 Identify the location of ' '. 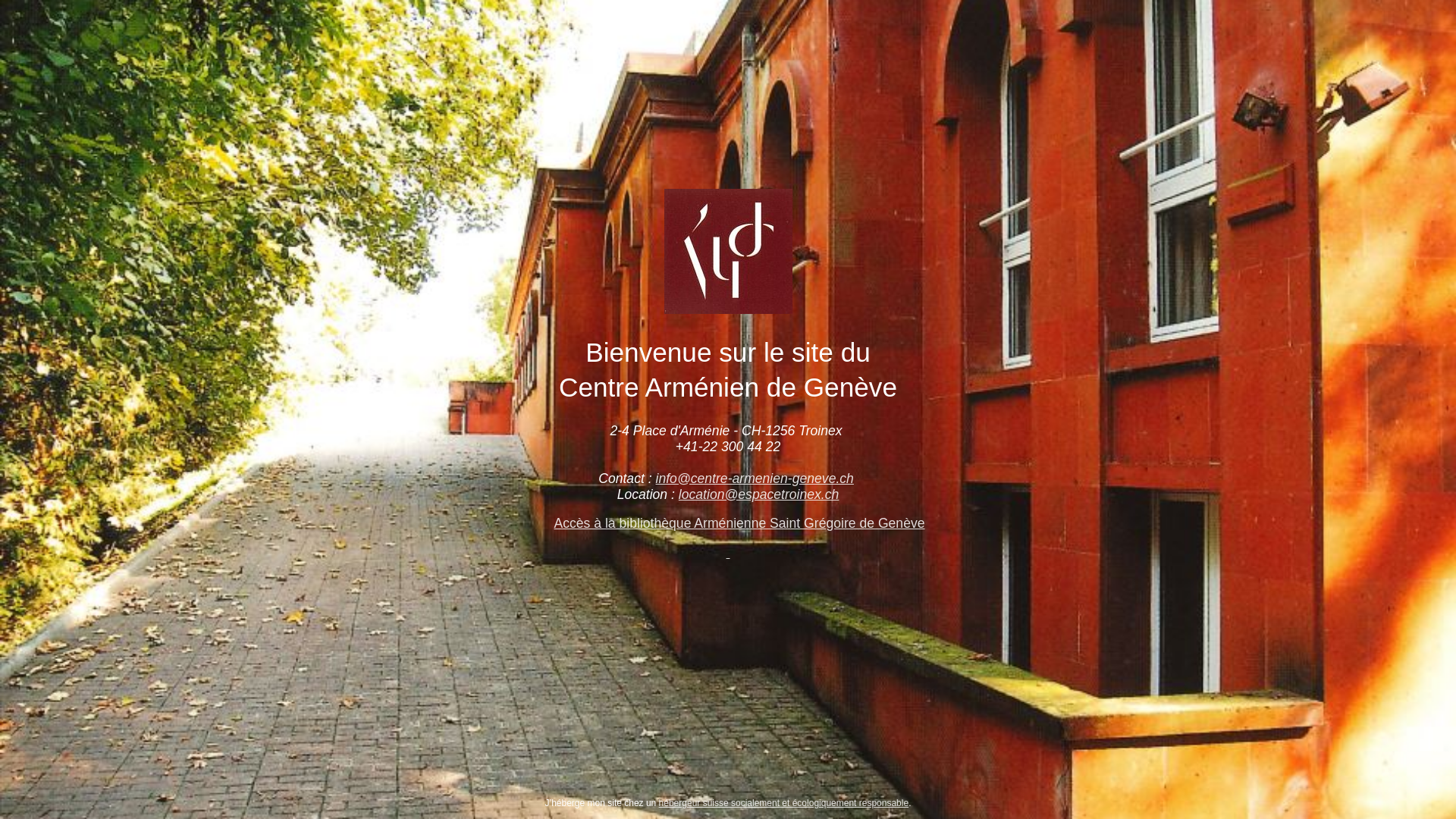
(728, 553).